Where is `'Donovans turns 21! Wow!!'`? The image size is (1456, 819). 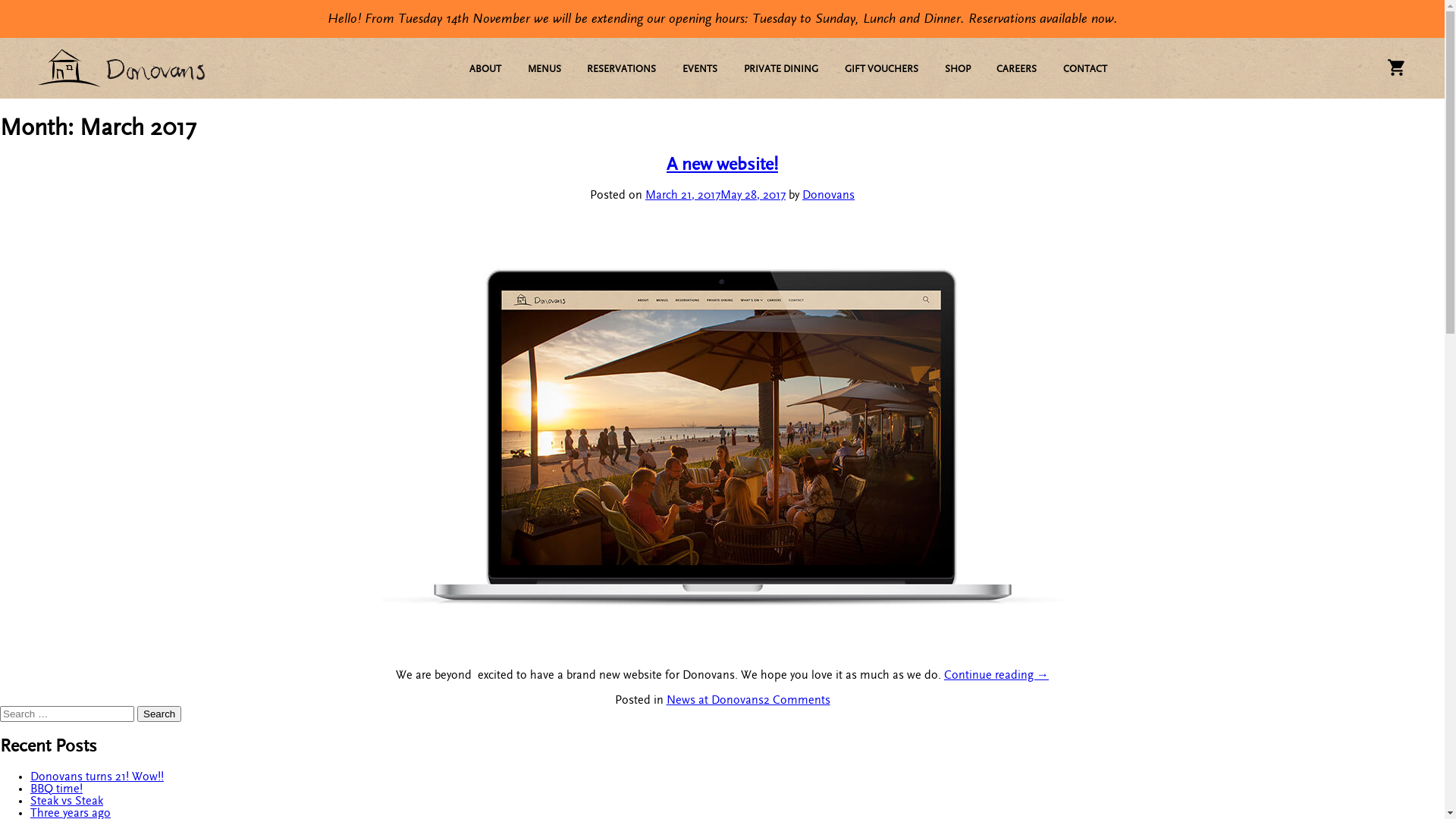 'Donovans turns 21! Wow!!' is located at coordinates (96, 776).